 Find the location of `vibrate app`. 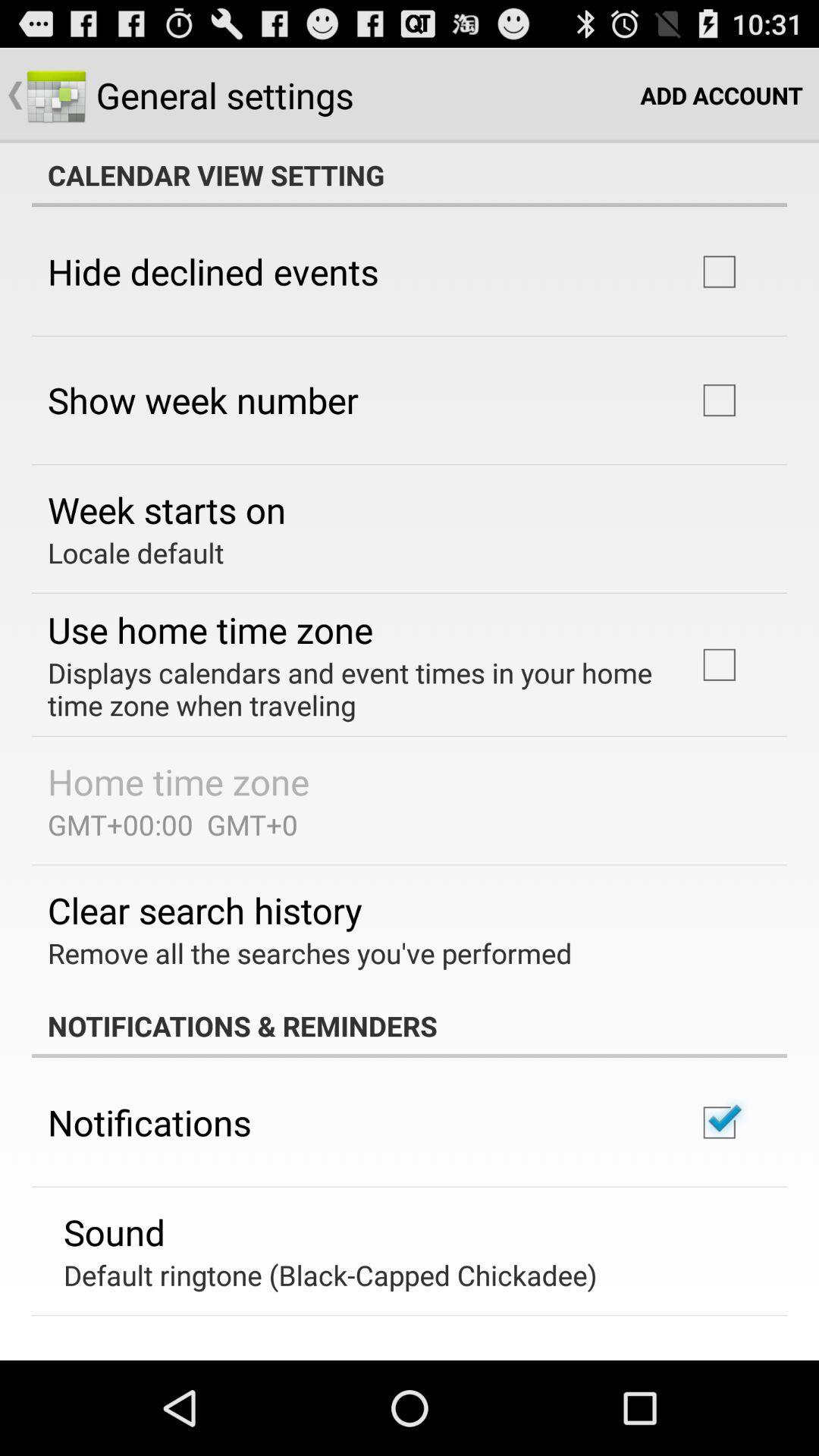

vibrate app is located at coordinates (119, 1357).